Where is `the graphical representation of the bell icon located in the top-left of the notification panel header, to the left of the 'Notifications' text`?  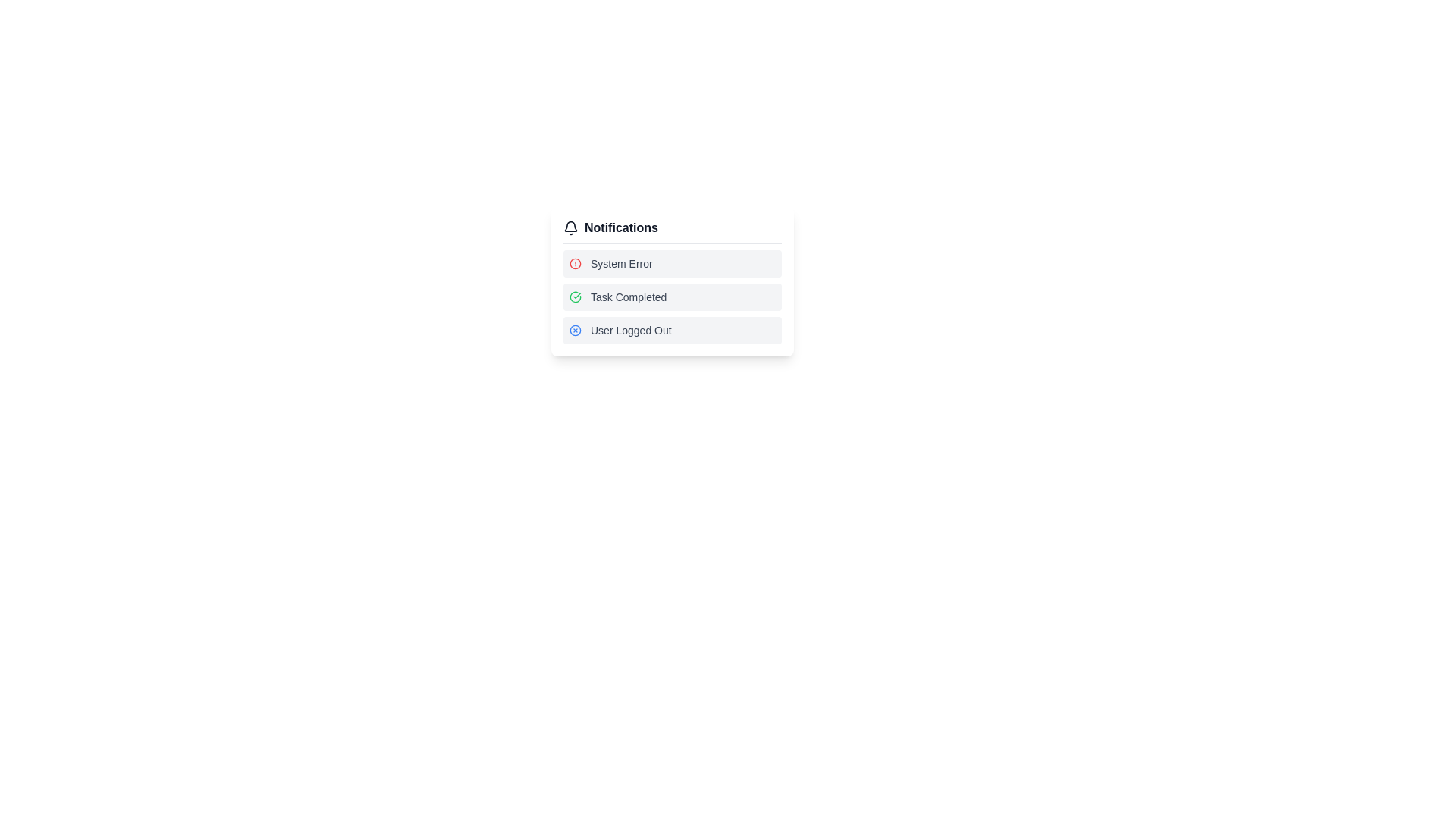
the graphical representation of the bell icon located in the top-left of the notification panel header, to the left of the 'Notifications' text is located at coordinates (570, 227).